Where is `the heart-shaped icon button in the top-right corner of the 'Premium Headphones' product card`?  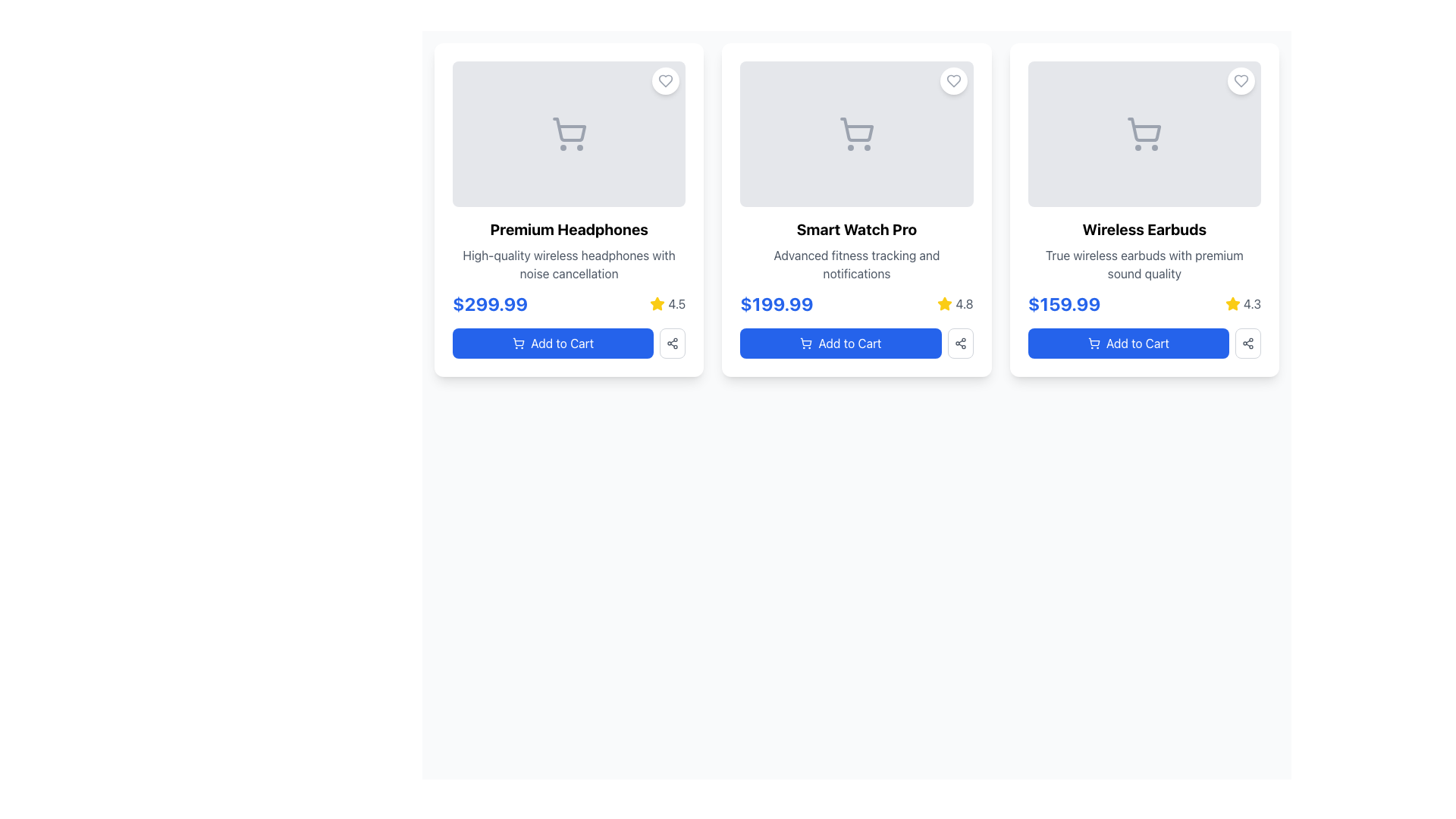
the heart-shaped icon button in the top-right corner of the 'Premium Headphones' product card is located at coordinates (666, 81).